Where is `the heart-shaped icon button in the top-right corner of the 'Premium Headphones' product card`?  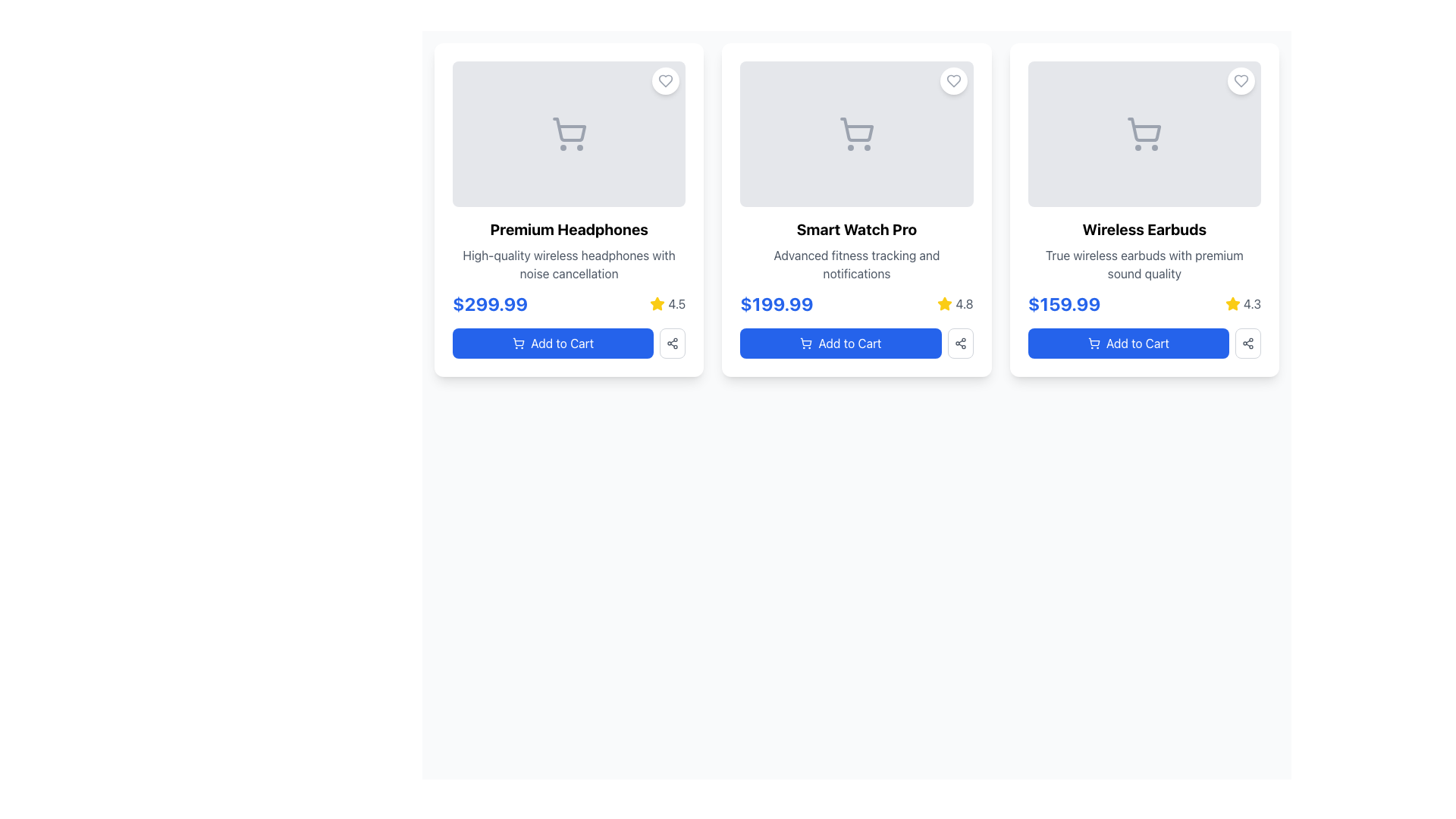
the heart-shaped icon button in the top-right corner of the 'Premium Headphones' product card is located at coordinates (666, 81).